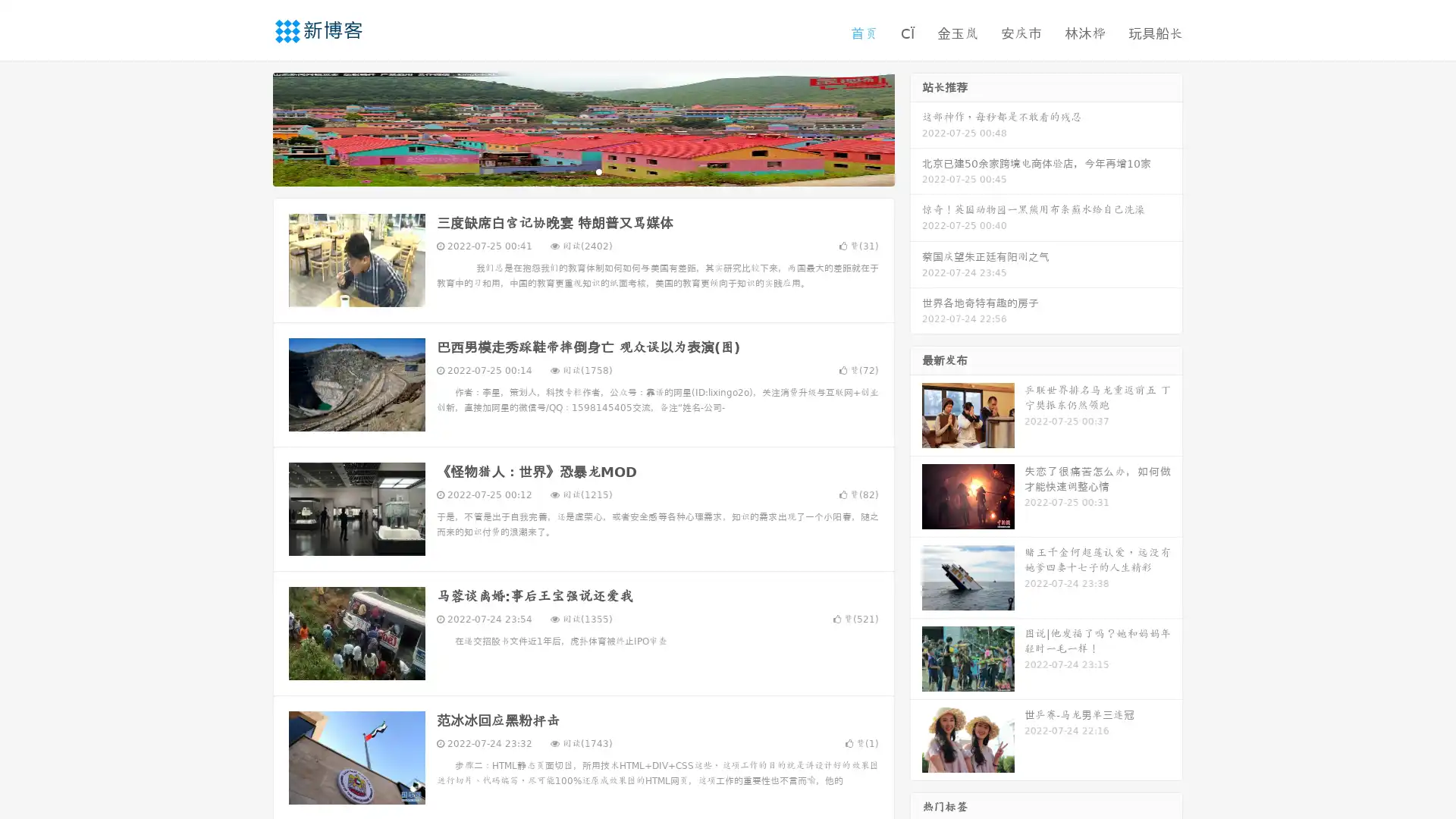 The height and width of the screenshot is (819, 1456). What do you see at coordinates (567, 171) in the screenshot?
I see `Go to slide 1` at bounding box center [567, 171].